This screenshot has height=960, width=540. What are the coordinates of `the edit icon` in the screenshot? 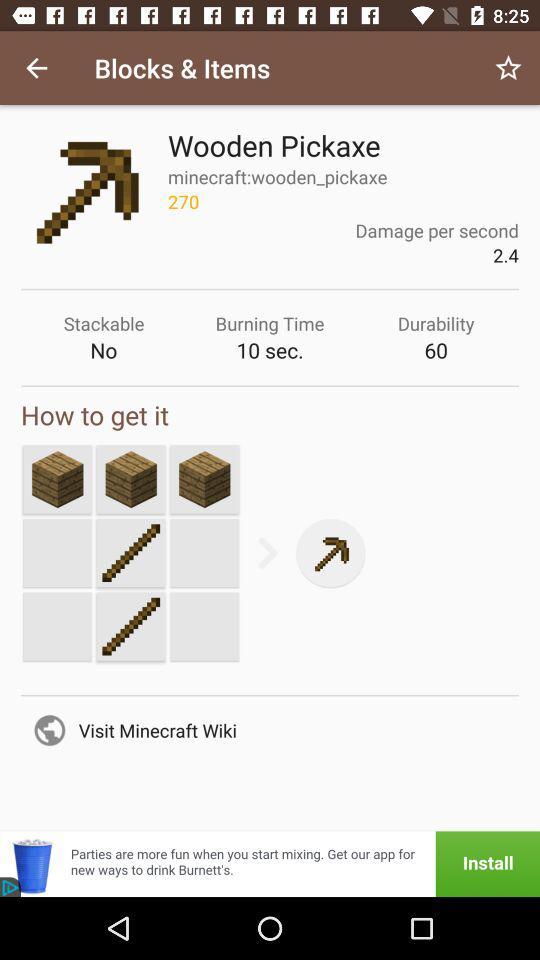 It's located at (131, 553).